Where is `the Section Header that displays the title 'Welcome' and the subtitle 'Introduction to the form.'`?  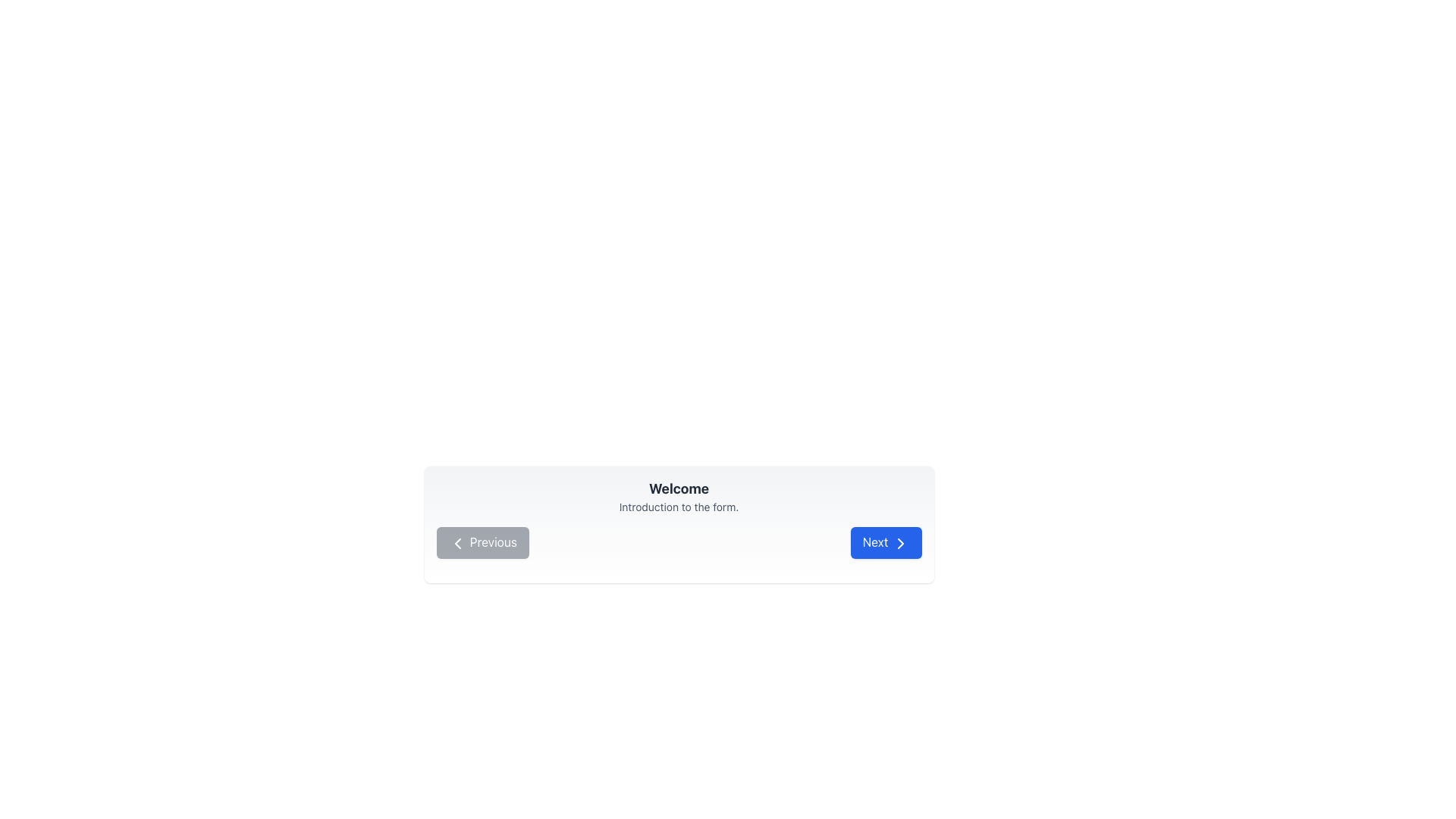 the Section Header that displays the title 'Welcome' and the subtitle 'Introduction to the form.' is located at coordinates (678, 497).